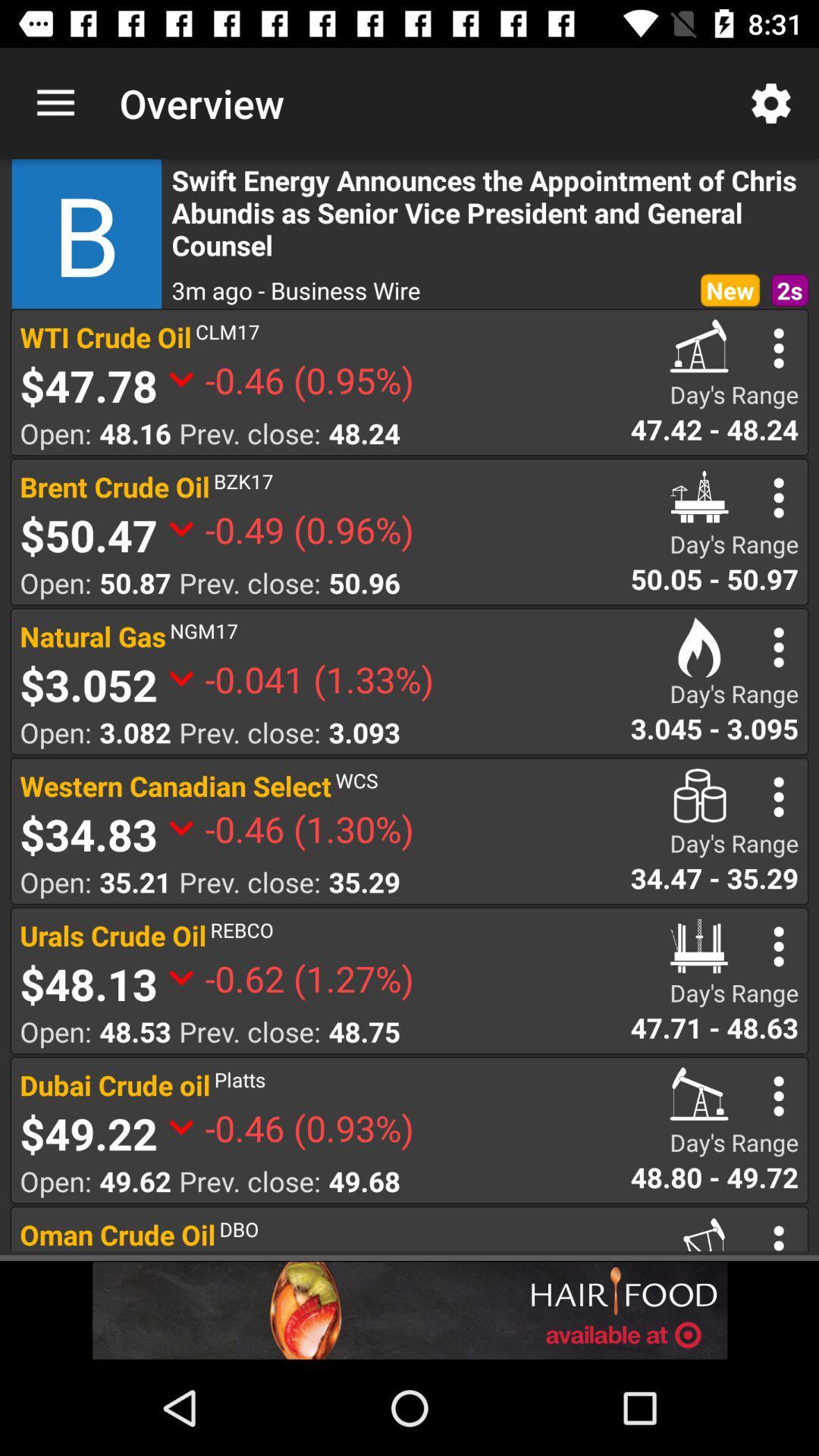  Describe the element at coordinates (409, 1310) in the screenshot. I see `access advertisement` at that location.